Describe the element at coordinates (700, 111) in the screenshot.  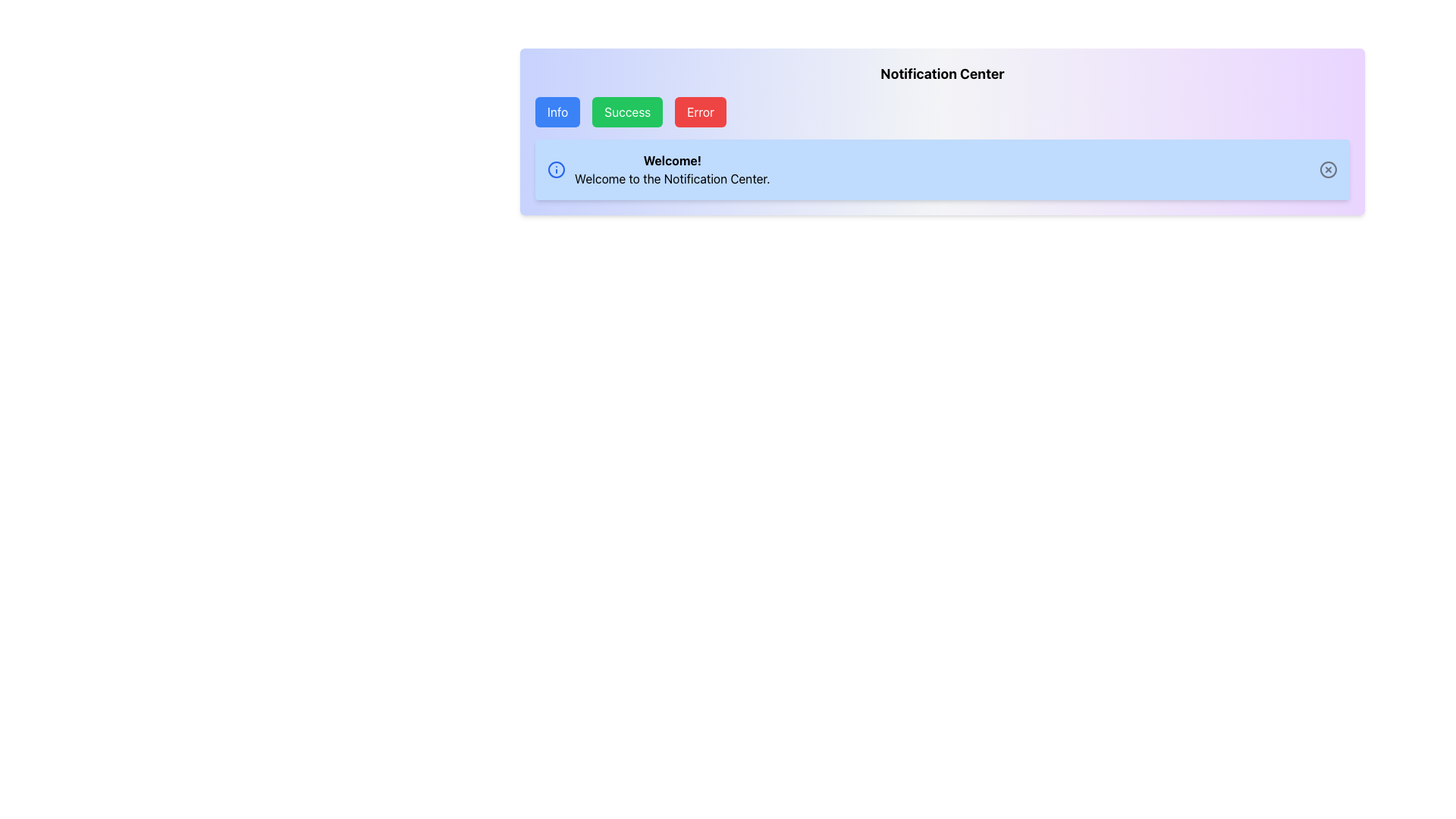
I see `the red 'Error' button located in the notification section` at that location.